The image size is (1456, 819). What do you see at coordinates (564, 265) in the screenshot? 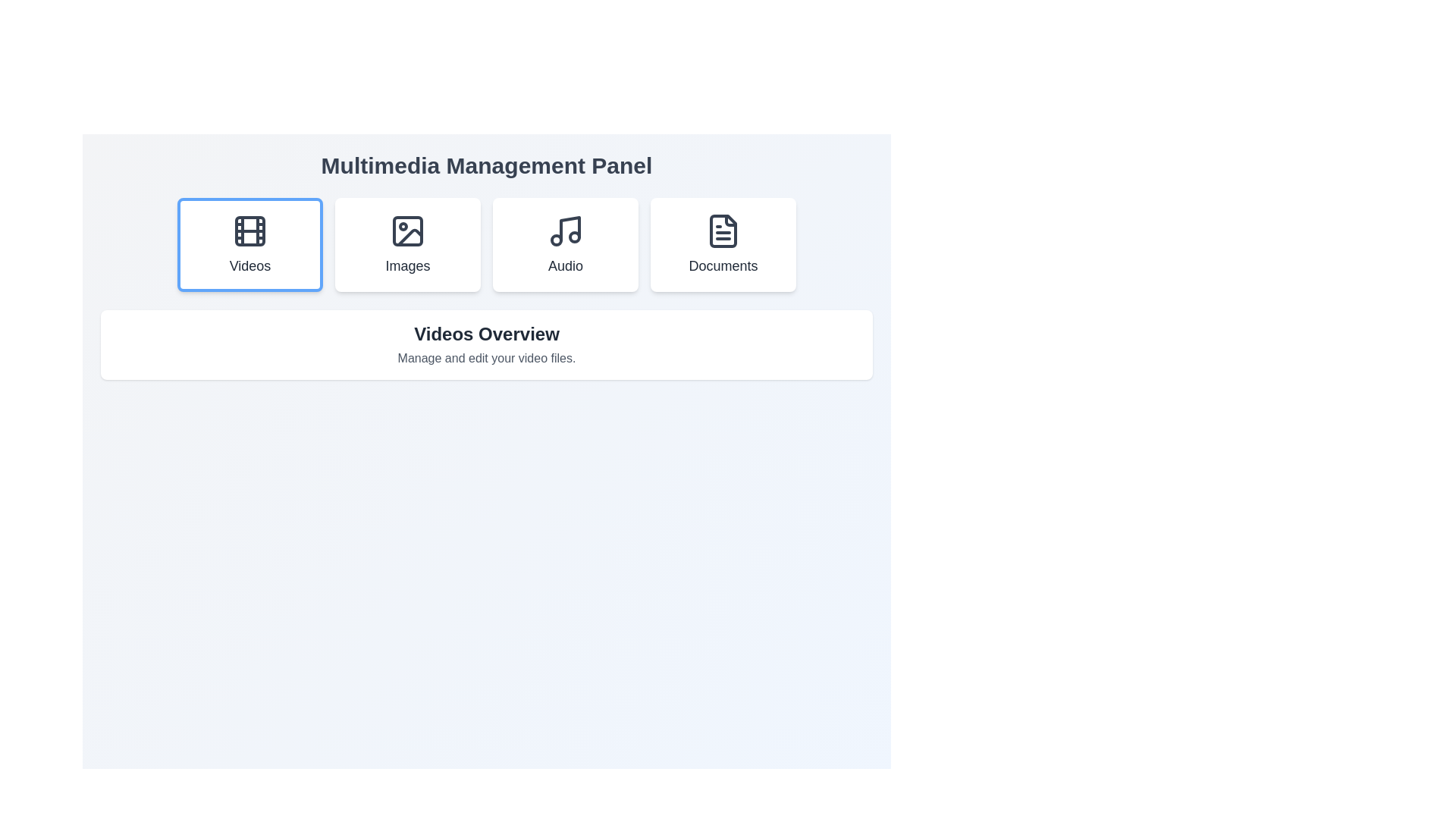
I see `text label indicating the purpose or category of the audio content located at the bottom center of the third card in a horizontal row of four cards` at bounding box center [564, 265].